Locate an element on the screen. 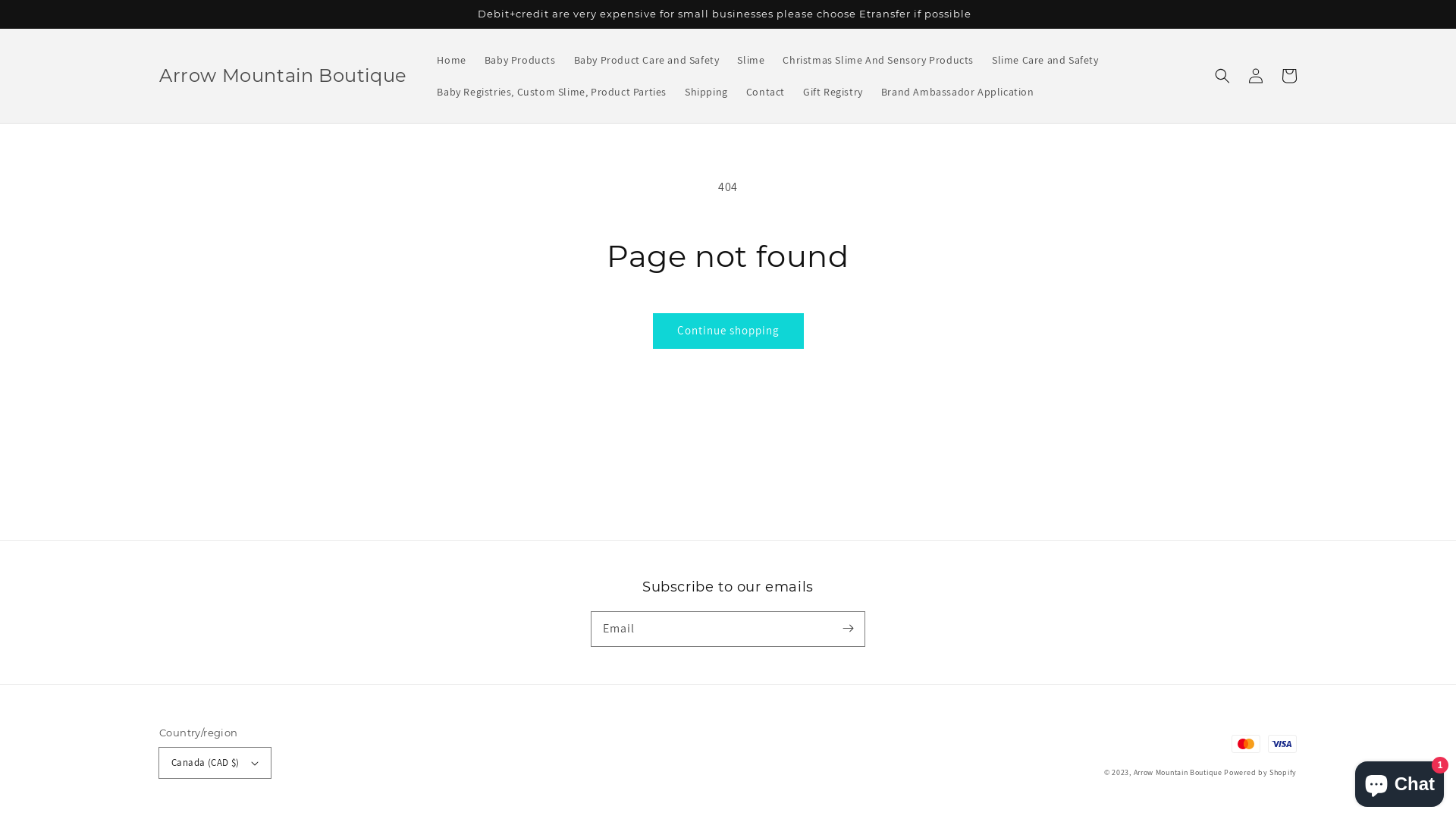 Image resolution: width=1456 pixels, height=819 pixels. 'Cart' is located at coordinates (1288, 76).